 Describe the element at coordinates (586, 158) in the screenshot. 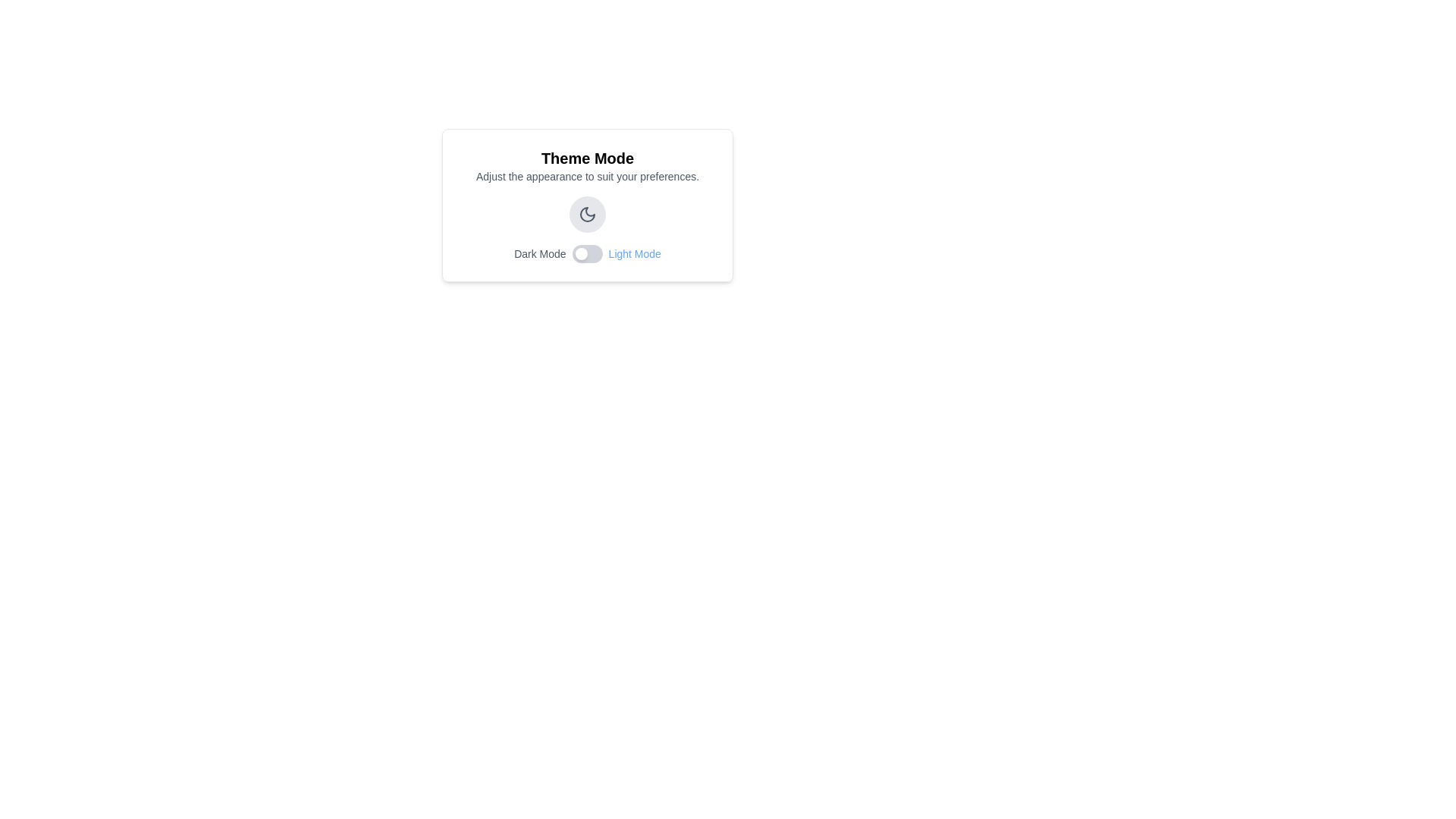

I see `the bold text heading with the content 'Theme Mode', which is styled in black and positioned centrally above the descriptive text 'Adjust the appearance to suit your preferences.'` at that location.